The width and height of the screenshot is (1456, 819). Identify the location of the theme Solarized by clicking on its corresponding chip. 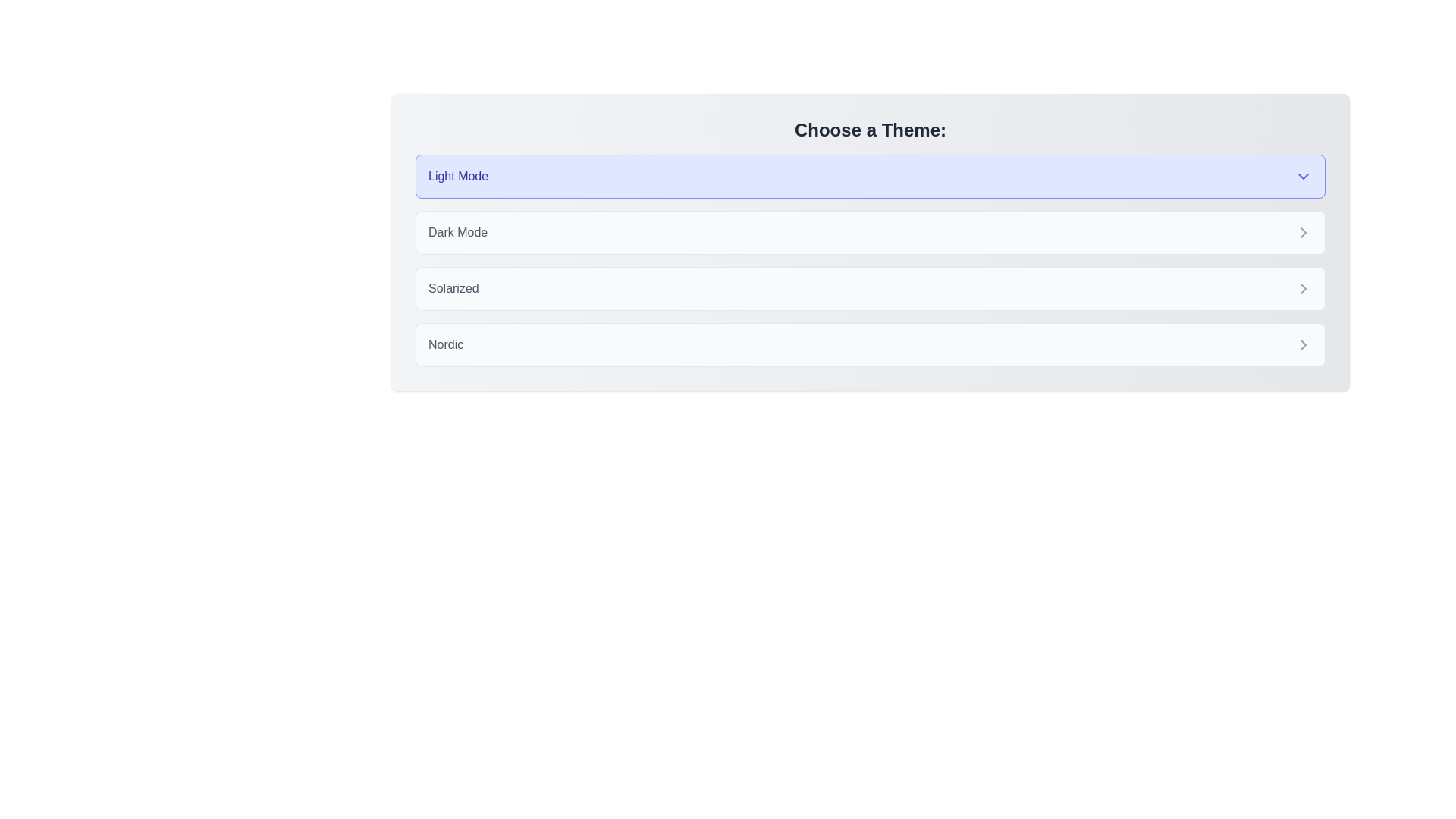
(870, 289).